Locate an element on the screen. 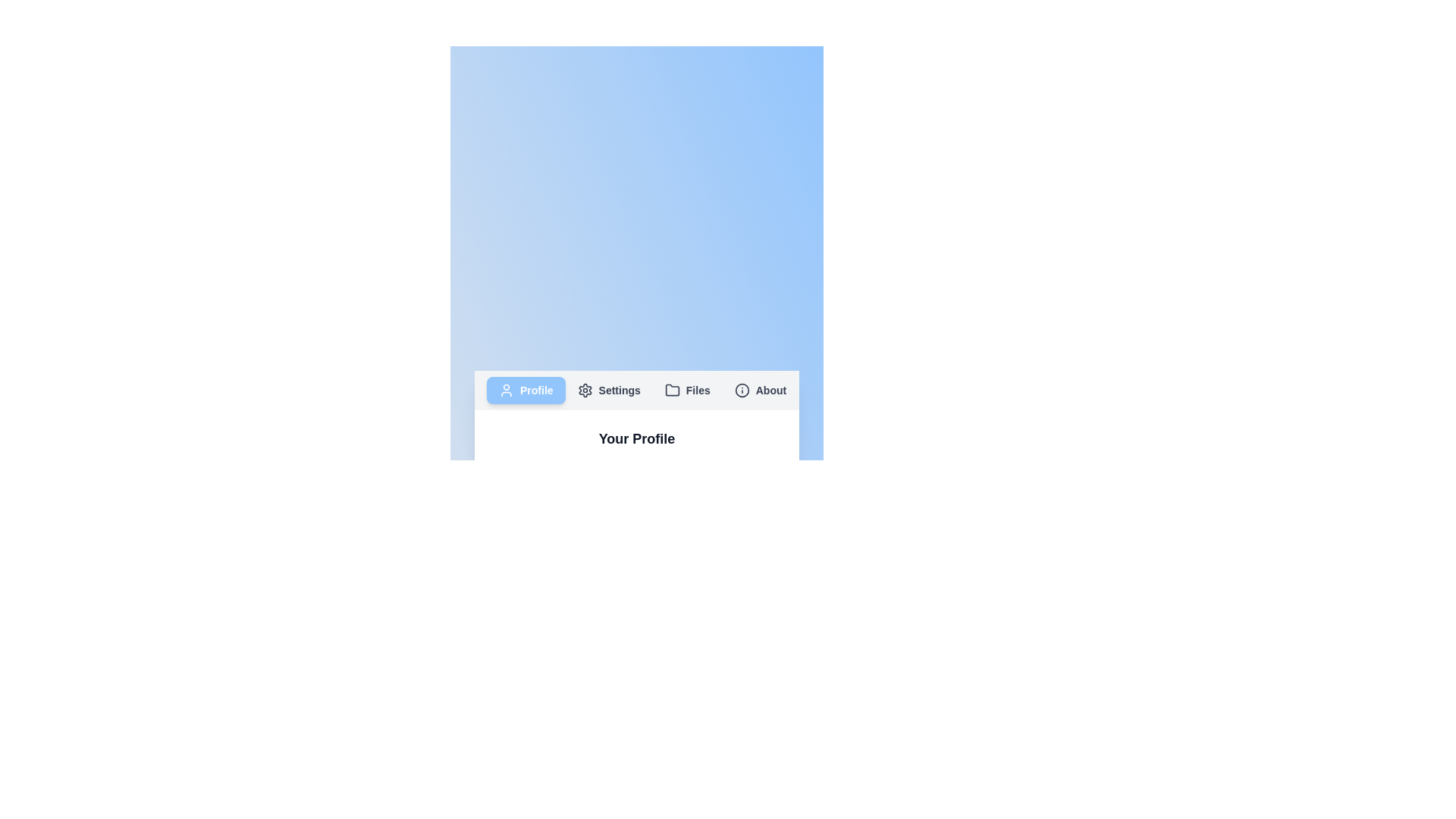 Image resolution: width=1456 pixels, height=819 pixels. the navigation bar at the top of the user profile interface is located at coordinates (637, 390).